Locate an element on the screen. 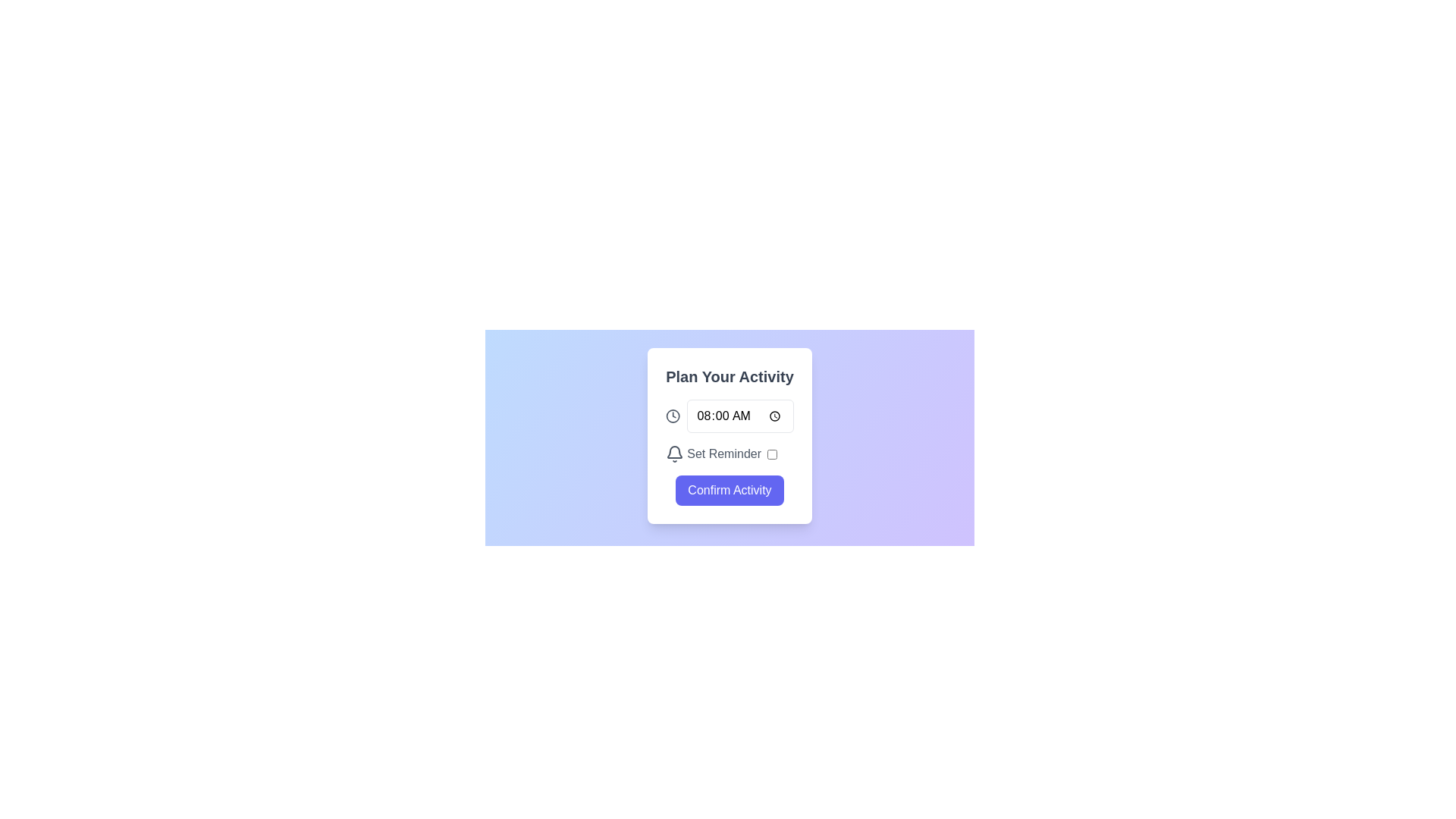 The image size is (1456, 819). the circular clock icon located to the right of the time input field within the 'Plan Your Activity' card layout for related actions is located at coordinates (672, 416).